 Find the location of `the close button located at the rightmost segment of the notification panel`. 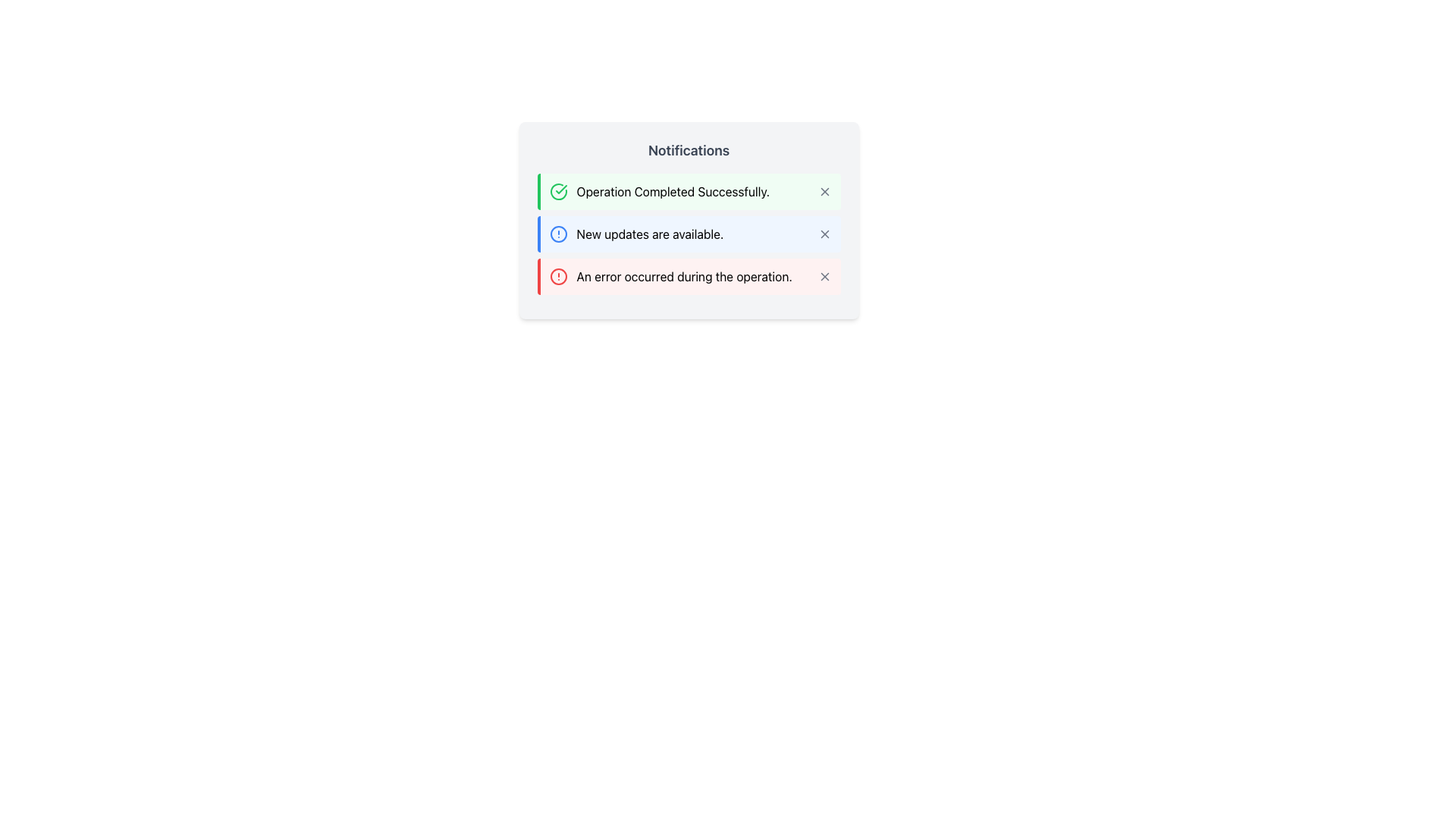

the close button located at the rightmost segment of the notification panel is located at coordinates (824, 234).